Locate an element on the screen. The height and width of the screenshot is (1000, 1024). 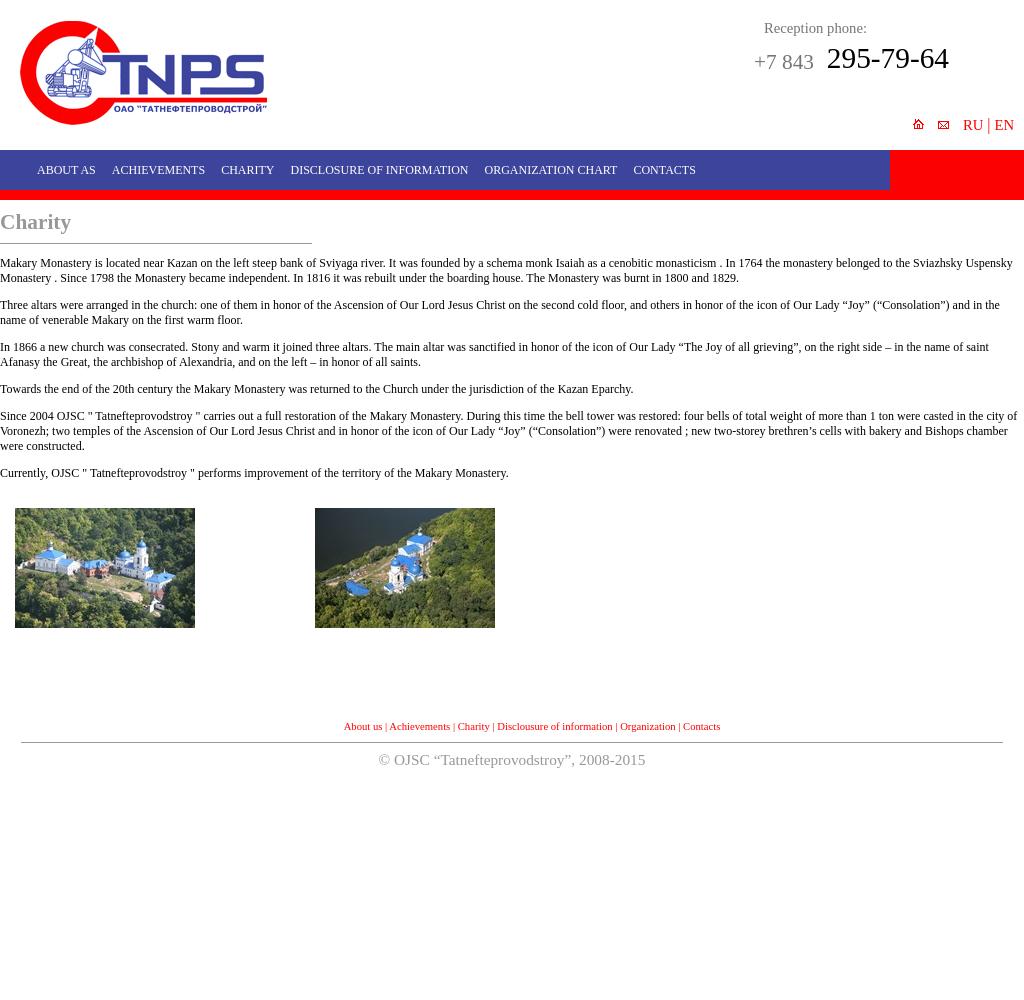
'ACHIEVEMENTS' is located at coordinates (111, 170).